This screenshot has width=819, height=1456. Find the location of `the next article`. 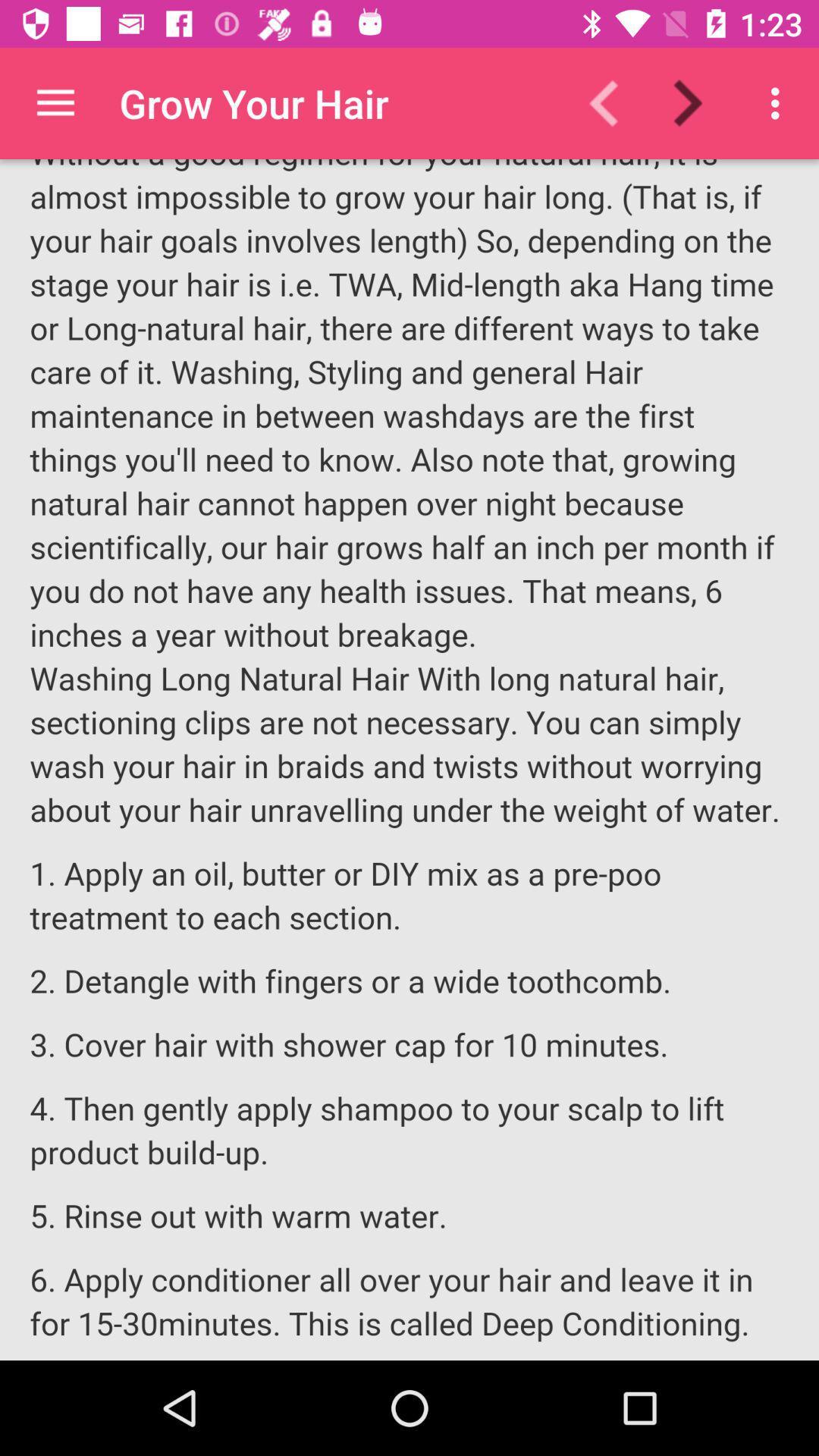

the next article is located at coordinates (697, 102).